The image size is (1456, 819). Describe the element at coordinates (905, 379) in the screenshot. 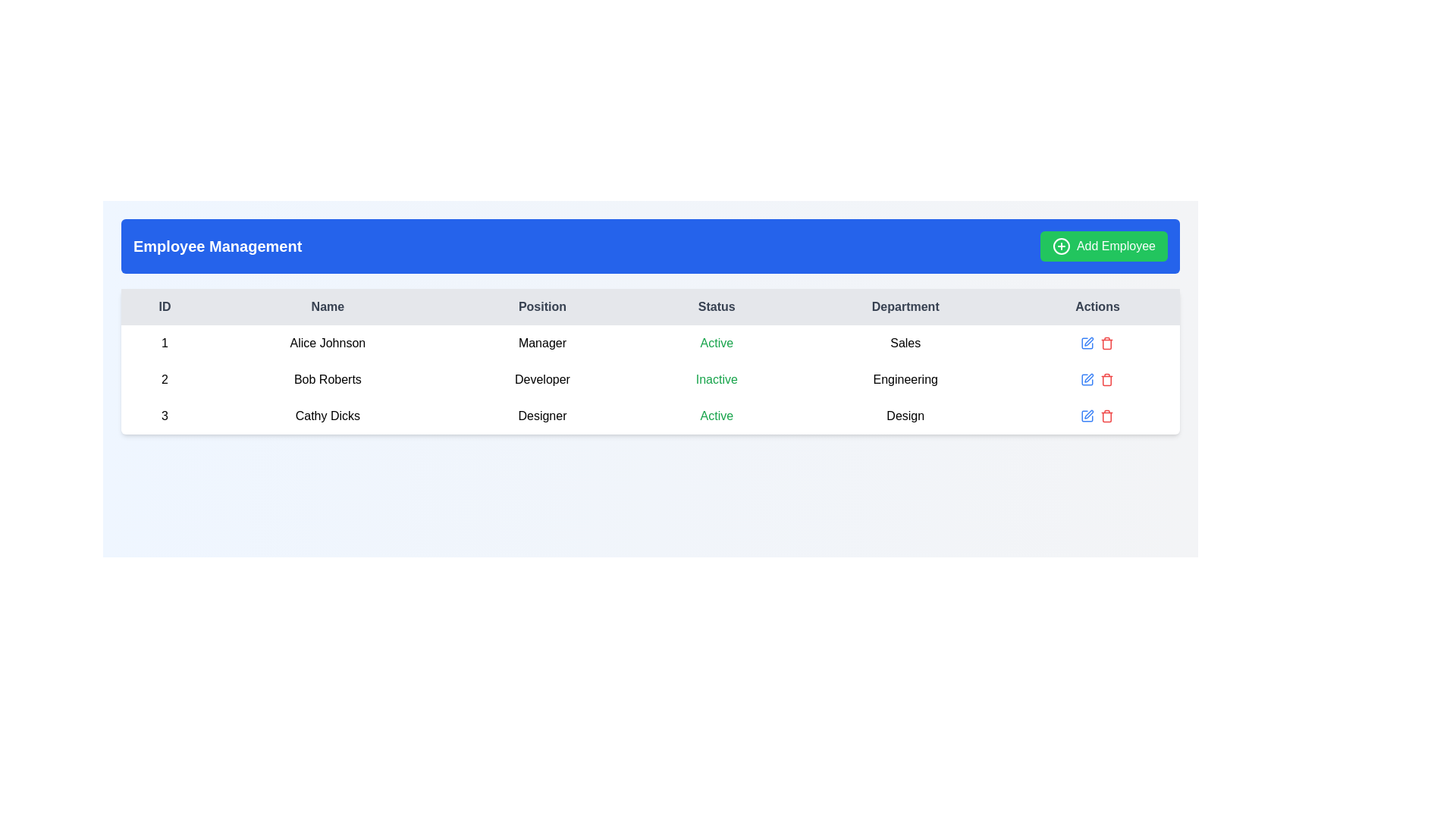

I see `the text label displaying the department value 'Engineering' for employee Bob Roberts, located in the fifth column of the second row in the table` at that location.